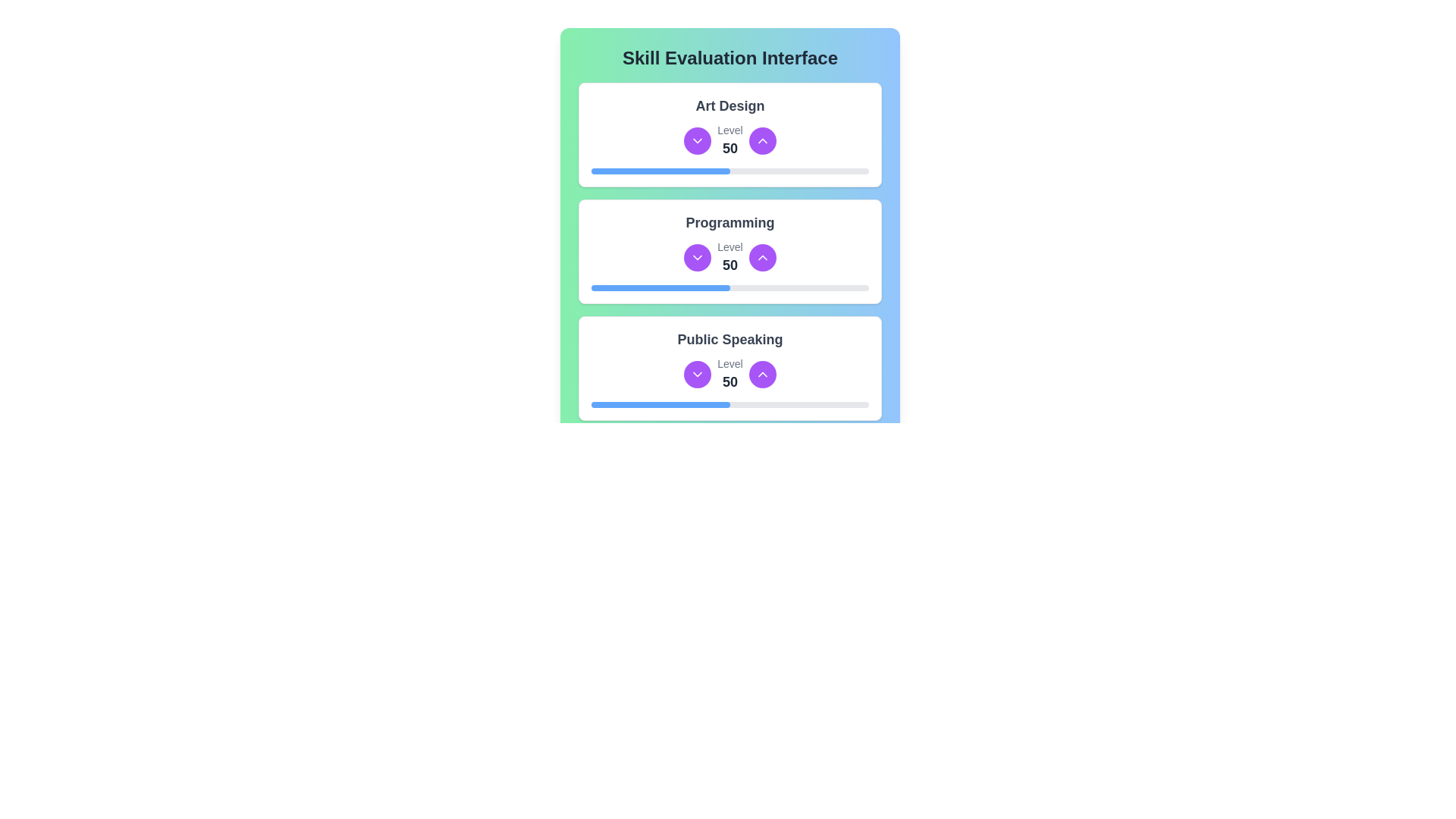 Image resolution: width=1456 pixels, height=819 pixels. Describe the element at coordinates (762, 374) in the screenshot. I see `the circular button with a purple background and white upward arrow icon located to the right of the 'Level 50' text in the 'Public Speaking' skill section` at that location.